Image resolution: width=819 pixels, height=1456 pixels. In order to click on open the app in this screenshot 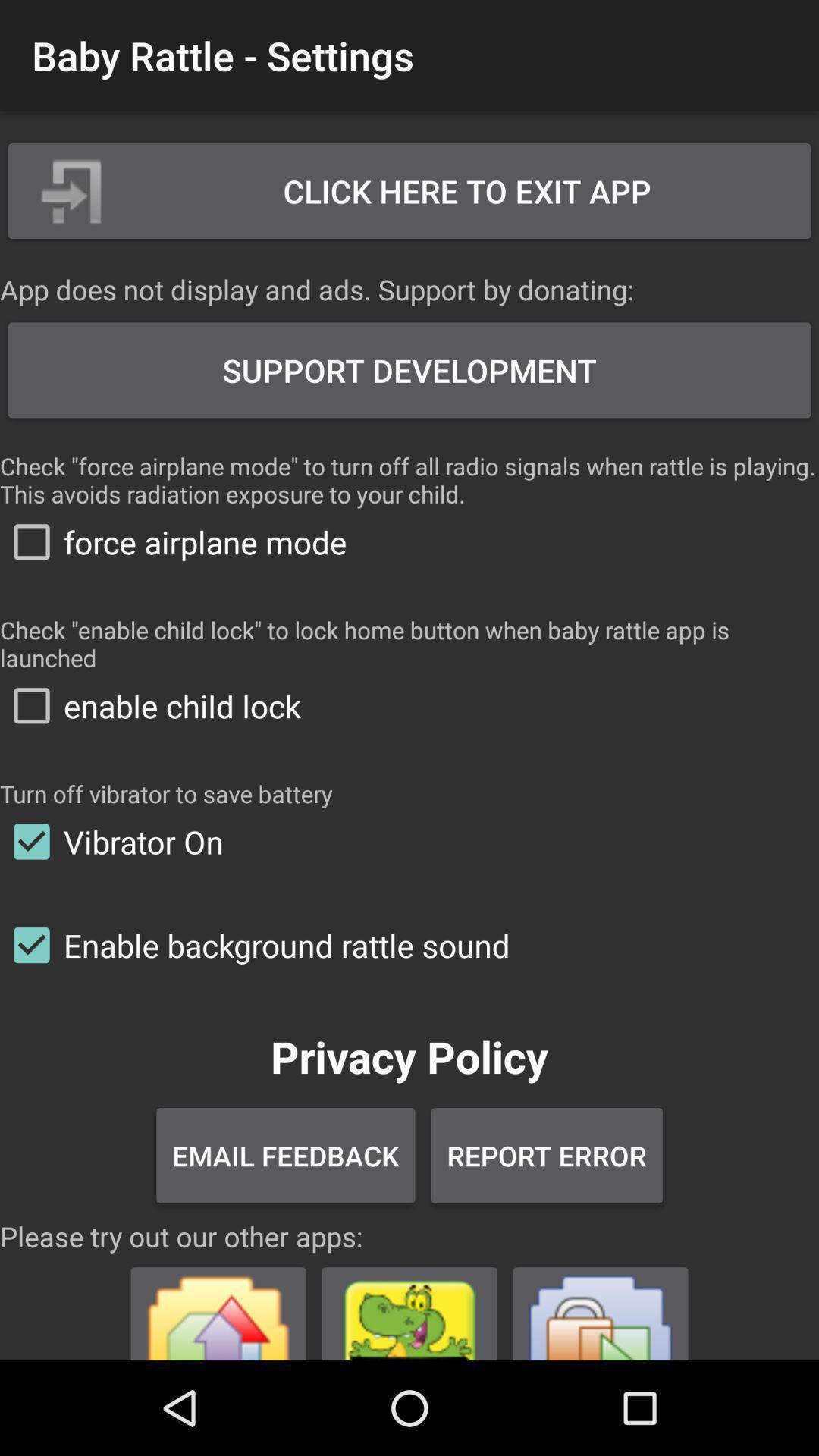, I will do `click(599, 1307)`.